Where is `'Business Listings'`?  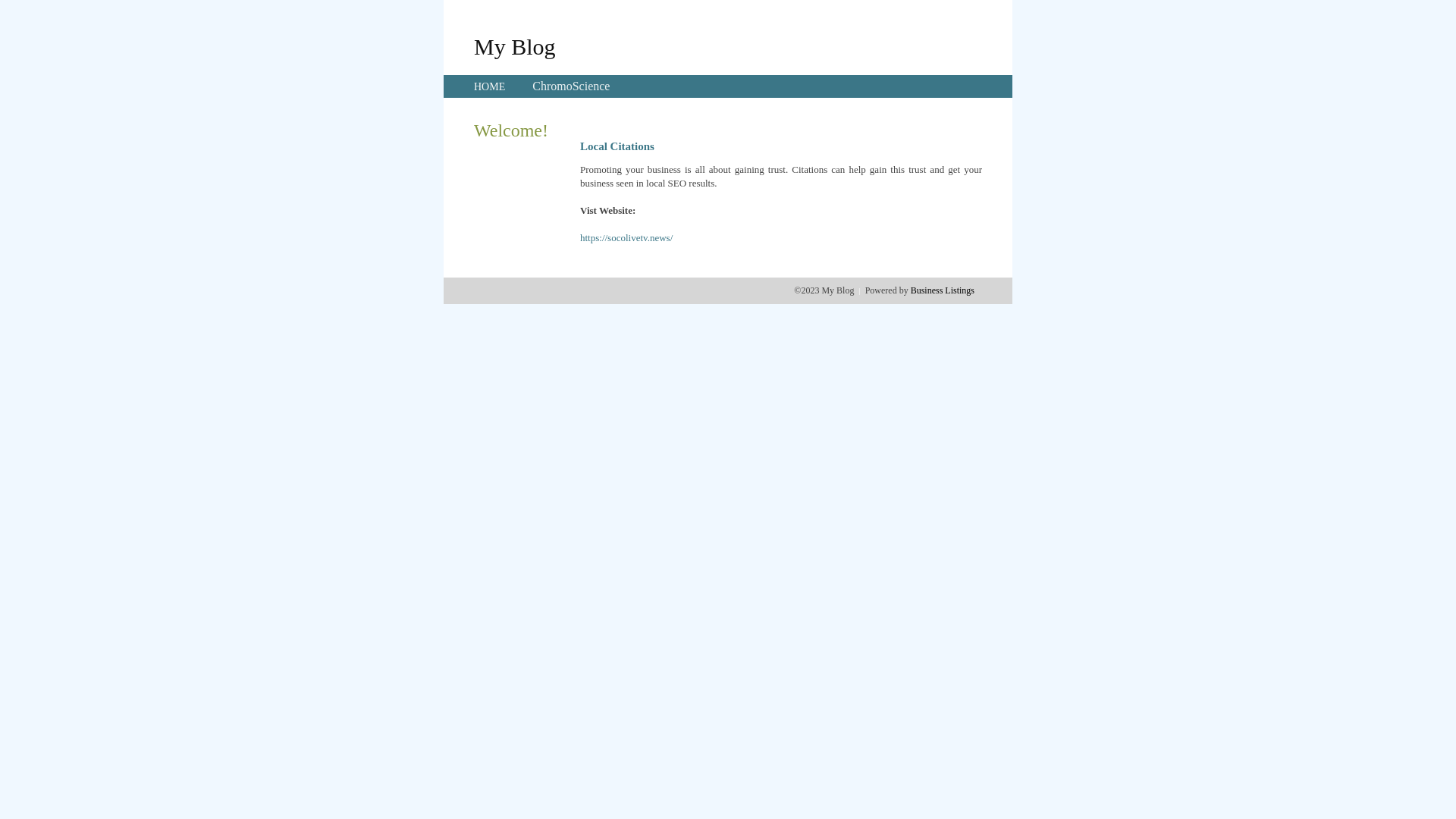 'Business Listings' is located at coordinates (942, 290).